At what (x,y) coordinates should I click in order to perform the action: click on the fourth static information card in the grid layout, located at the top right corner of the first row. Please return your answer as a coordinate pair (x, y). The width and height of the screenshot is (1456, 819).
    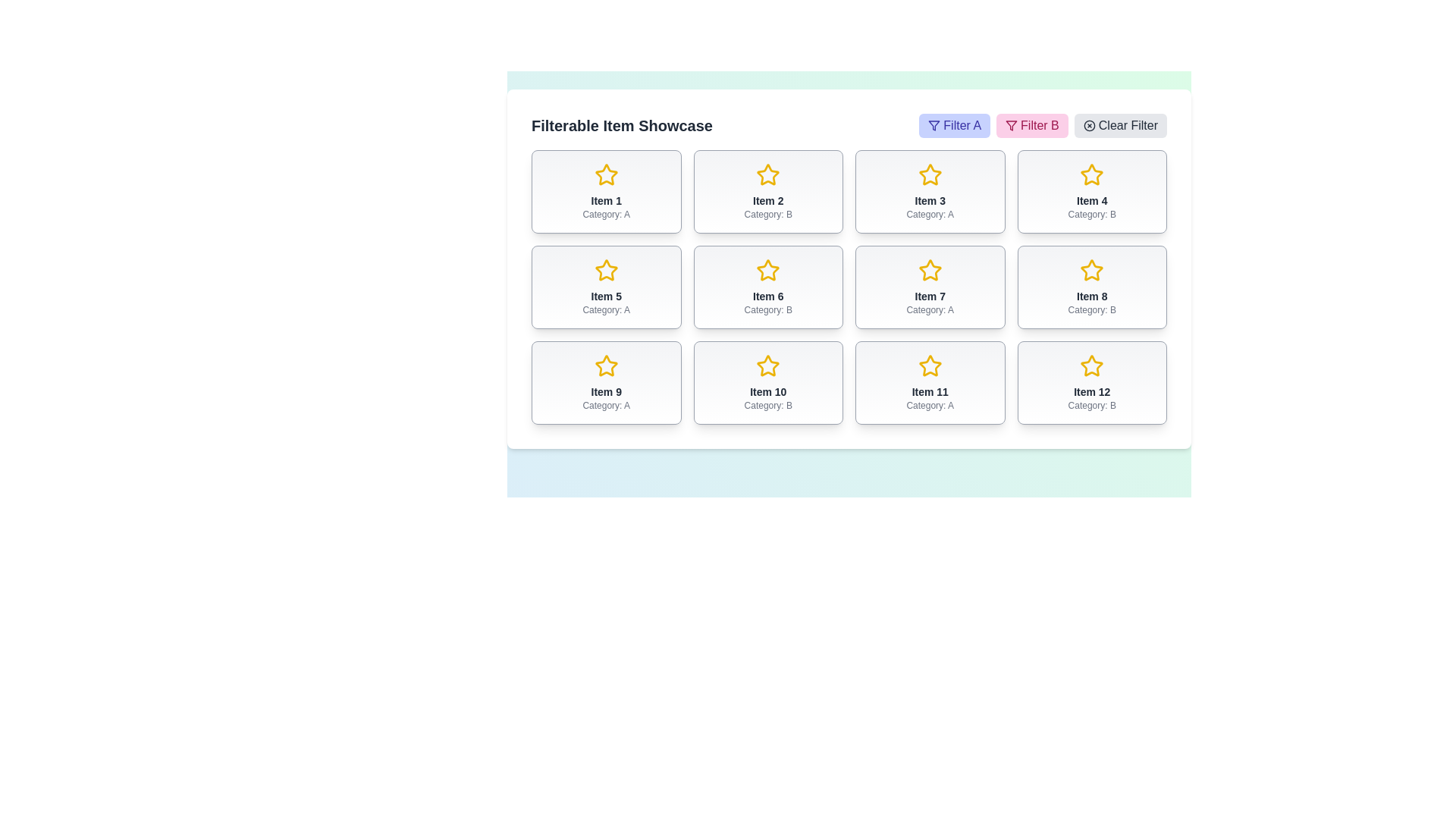
    Looking at the image, I should click on (1092, 191).